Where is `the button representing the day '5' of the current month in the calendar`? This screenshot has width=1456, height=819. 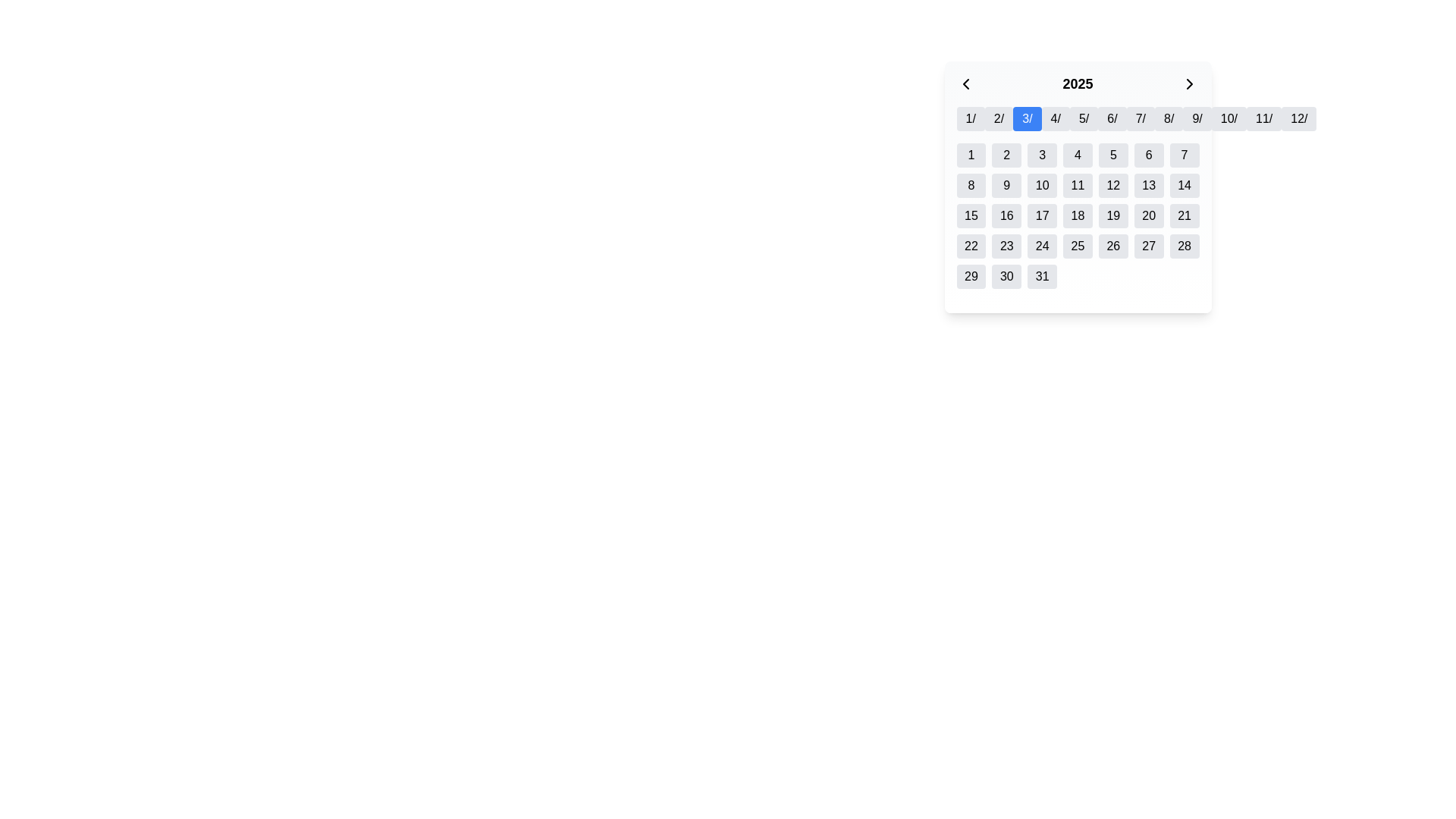
the button representing the day '5' of the current month in the calendar is located at coordinates (1113, 155).